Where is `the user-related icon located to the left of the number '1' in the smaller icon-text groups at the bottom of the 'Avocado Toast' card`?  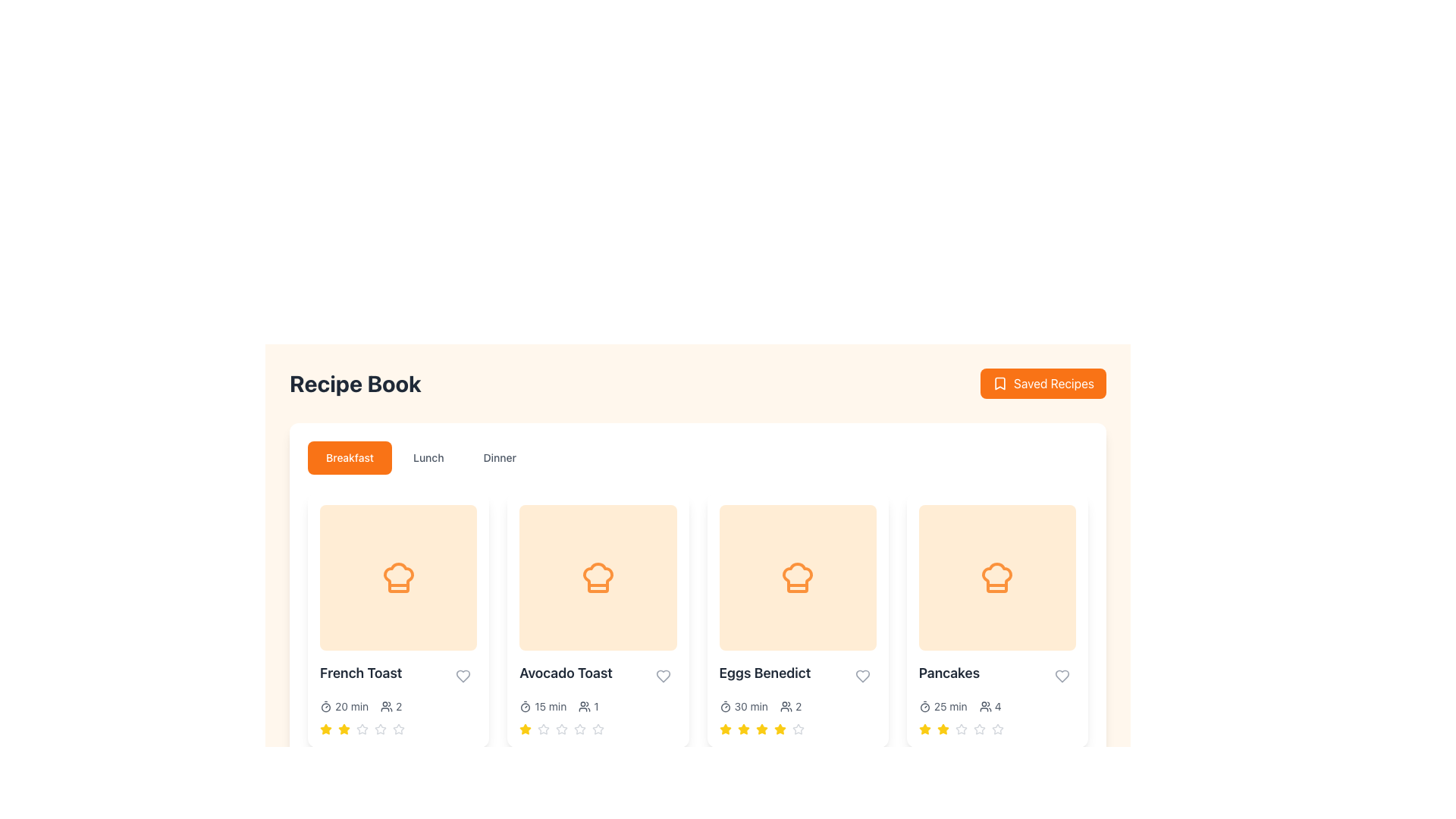 the user-related icon located to the left of the number '1' in the smaller icon-text groups at the bottom of the 'Avocado Toast' card is located at coordinates (584, 707).